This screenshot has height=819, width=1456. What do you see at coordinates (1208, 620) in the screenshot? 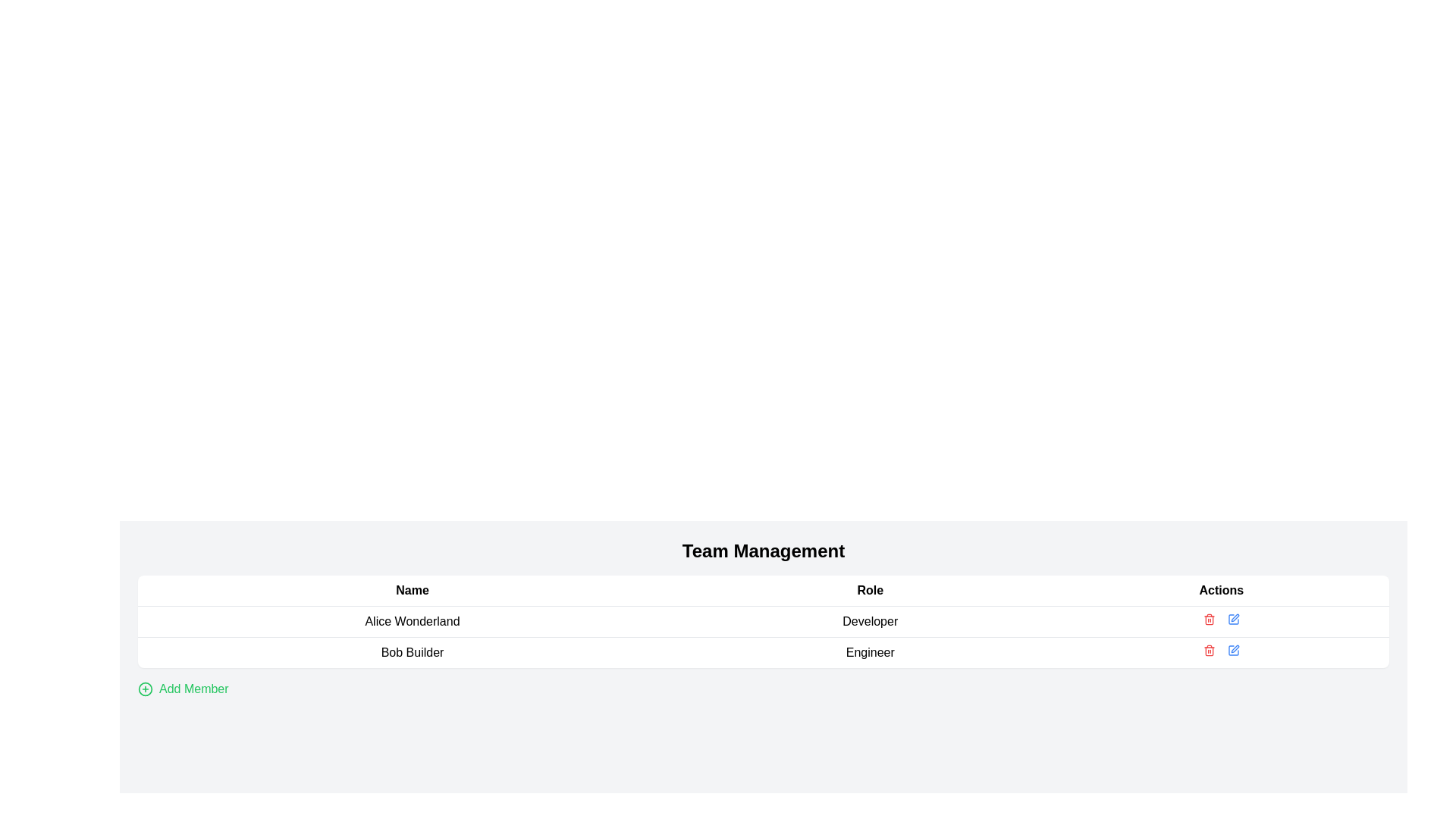
I see `the delete icon (trash icon) located in the 'Actions' column of the second row of the table` at bounding box center [1208, 620].